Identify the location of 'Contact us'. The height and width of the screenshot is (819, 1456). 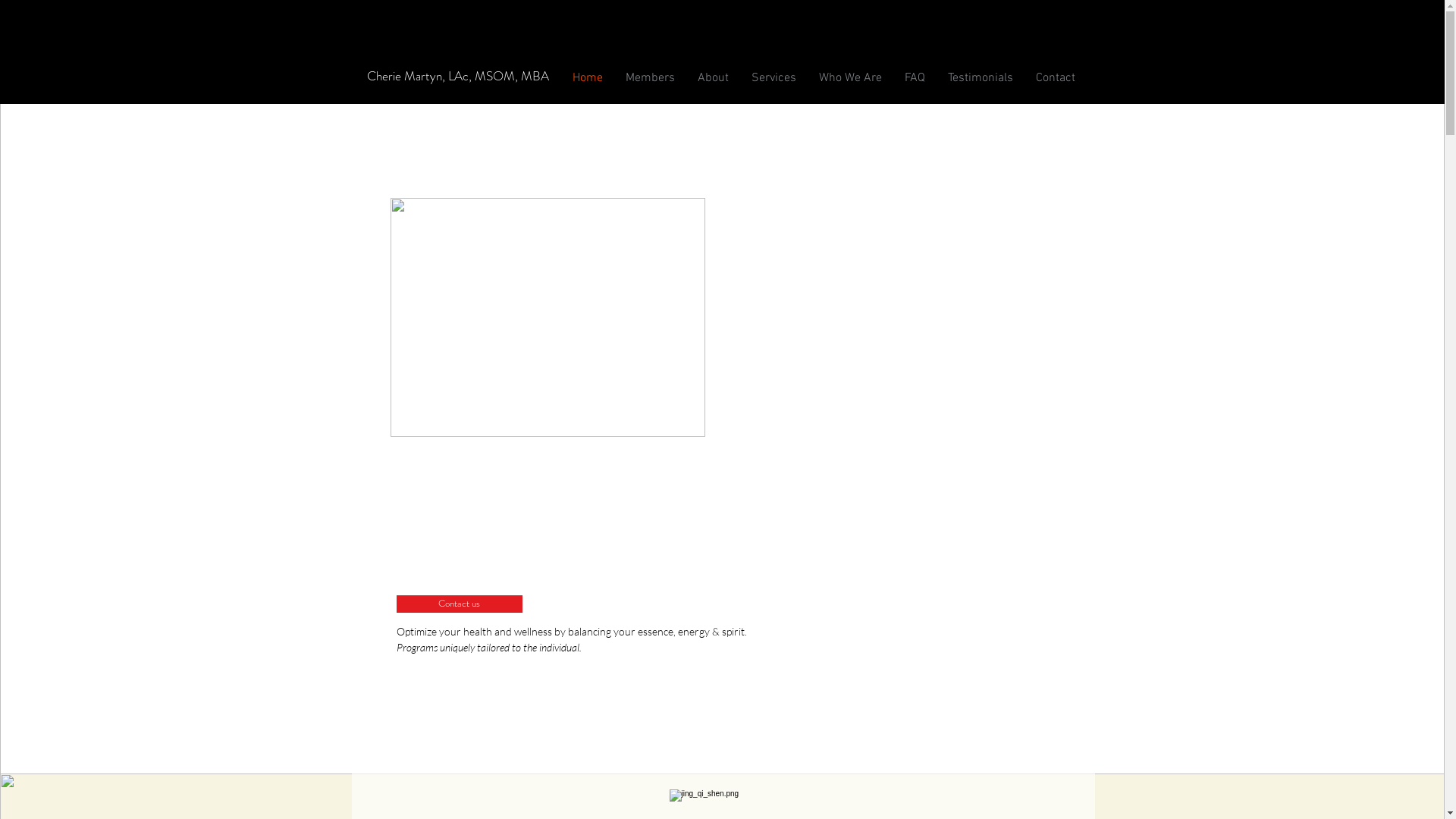
(457, 603).